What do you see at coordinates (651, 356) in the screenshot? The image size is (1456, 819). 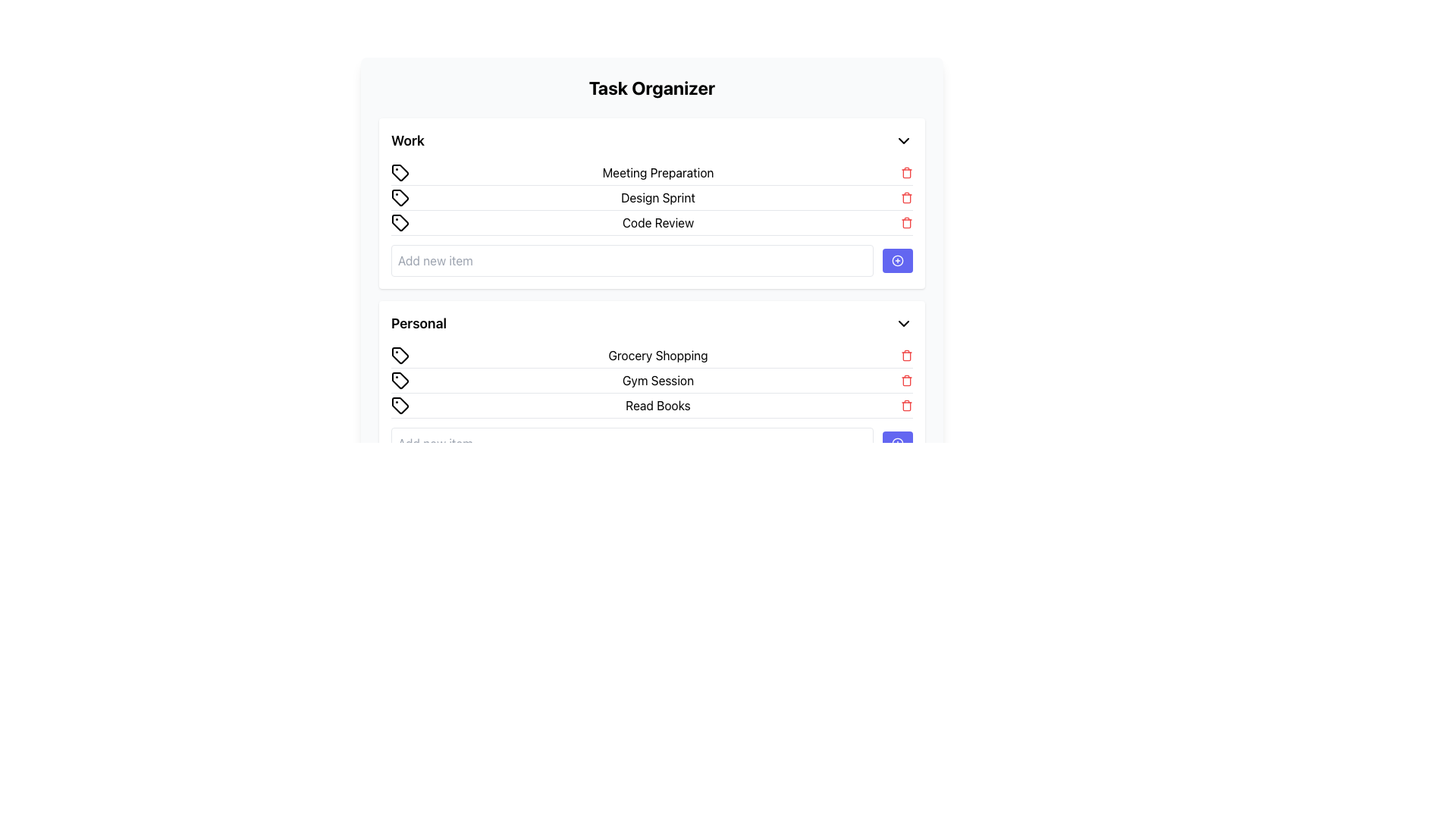 I see `text 'Grocery Shopping' from the first list item under the 'Personal' section, which has a tag icon on the left and a delete icon on the right` at bounding box center [651, 356].